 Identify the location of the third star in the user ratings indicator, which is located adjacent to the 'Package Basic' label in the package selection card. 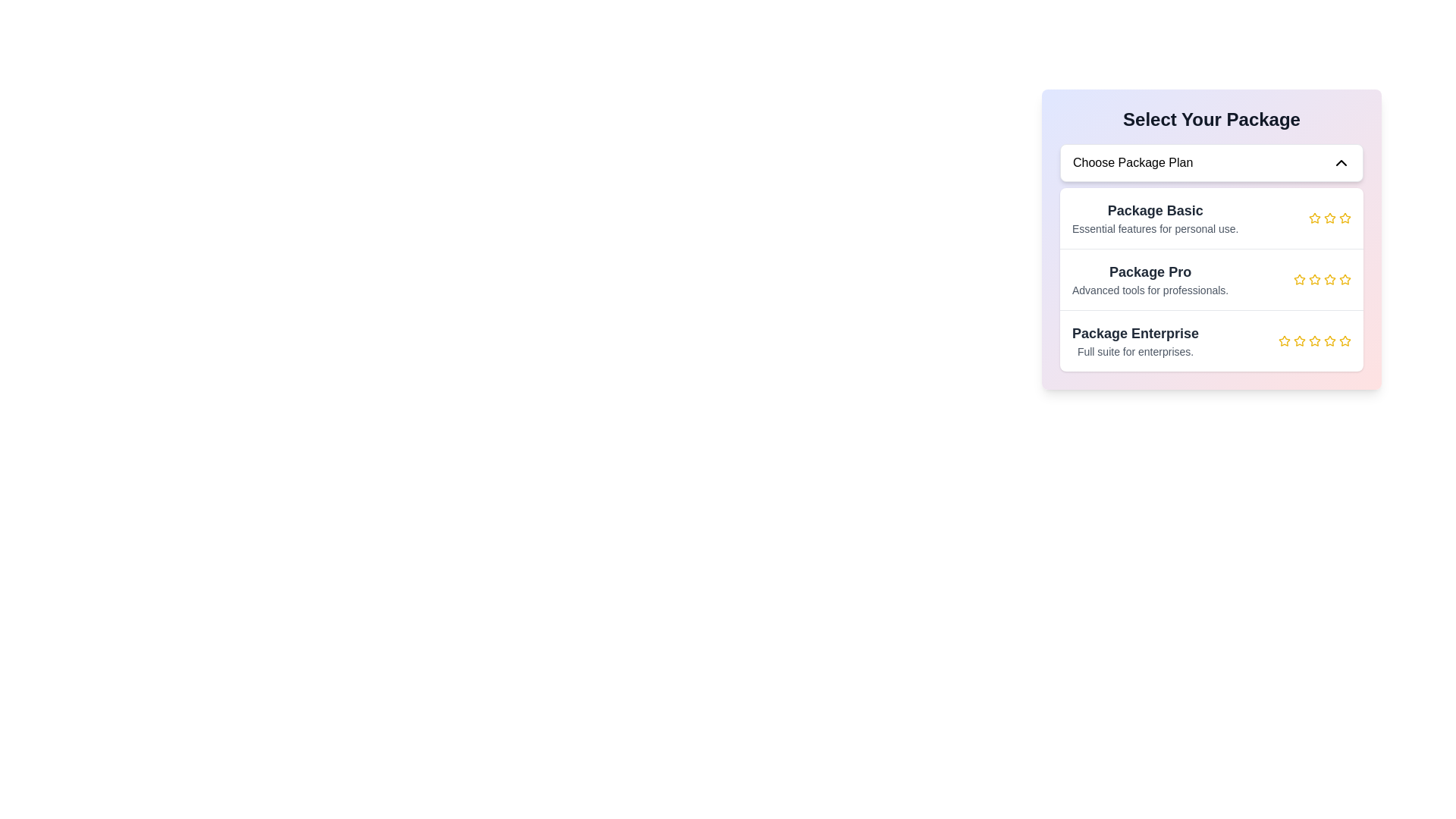
(1329, 218).